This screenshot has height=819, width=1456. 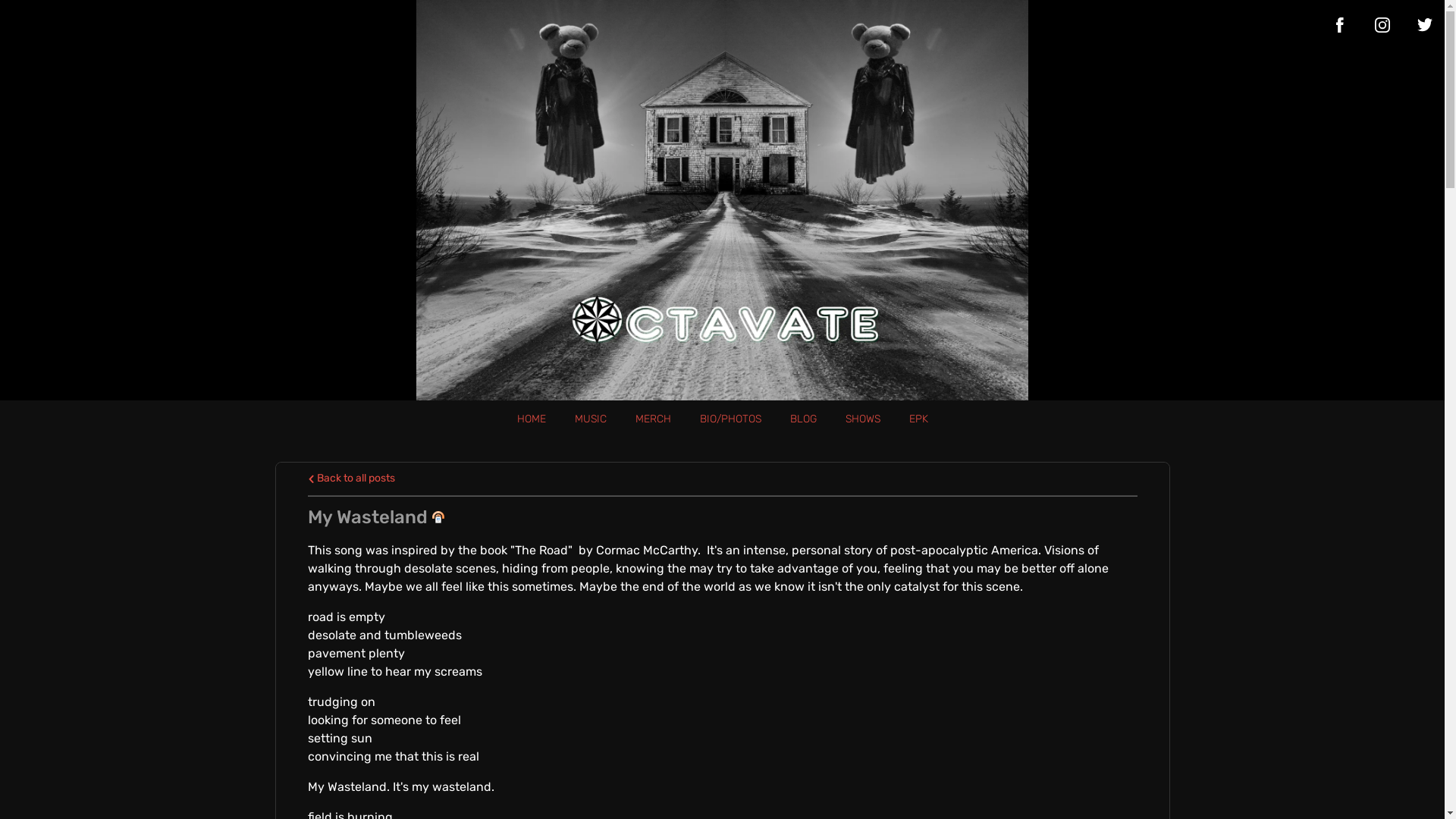 What do you see at coordinates (917, 419) in the screenshot?
I see `'EPK'` at bounding box center [917, 419].